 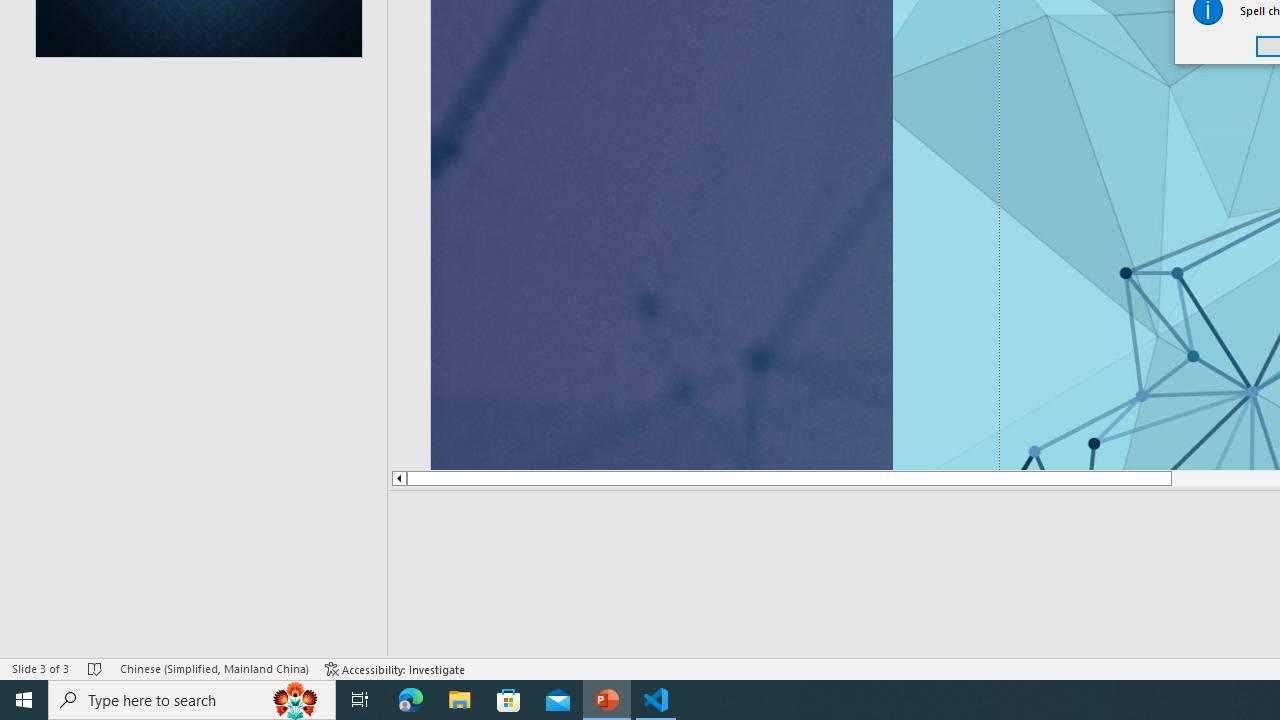 I want to click on 'File Explorer', so click(x=459, y=698).